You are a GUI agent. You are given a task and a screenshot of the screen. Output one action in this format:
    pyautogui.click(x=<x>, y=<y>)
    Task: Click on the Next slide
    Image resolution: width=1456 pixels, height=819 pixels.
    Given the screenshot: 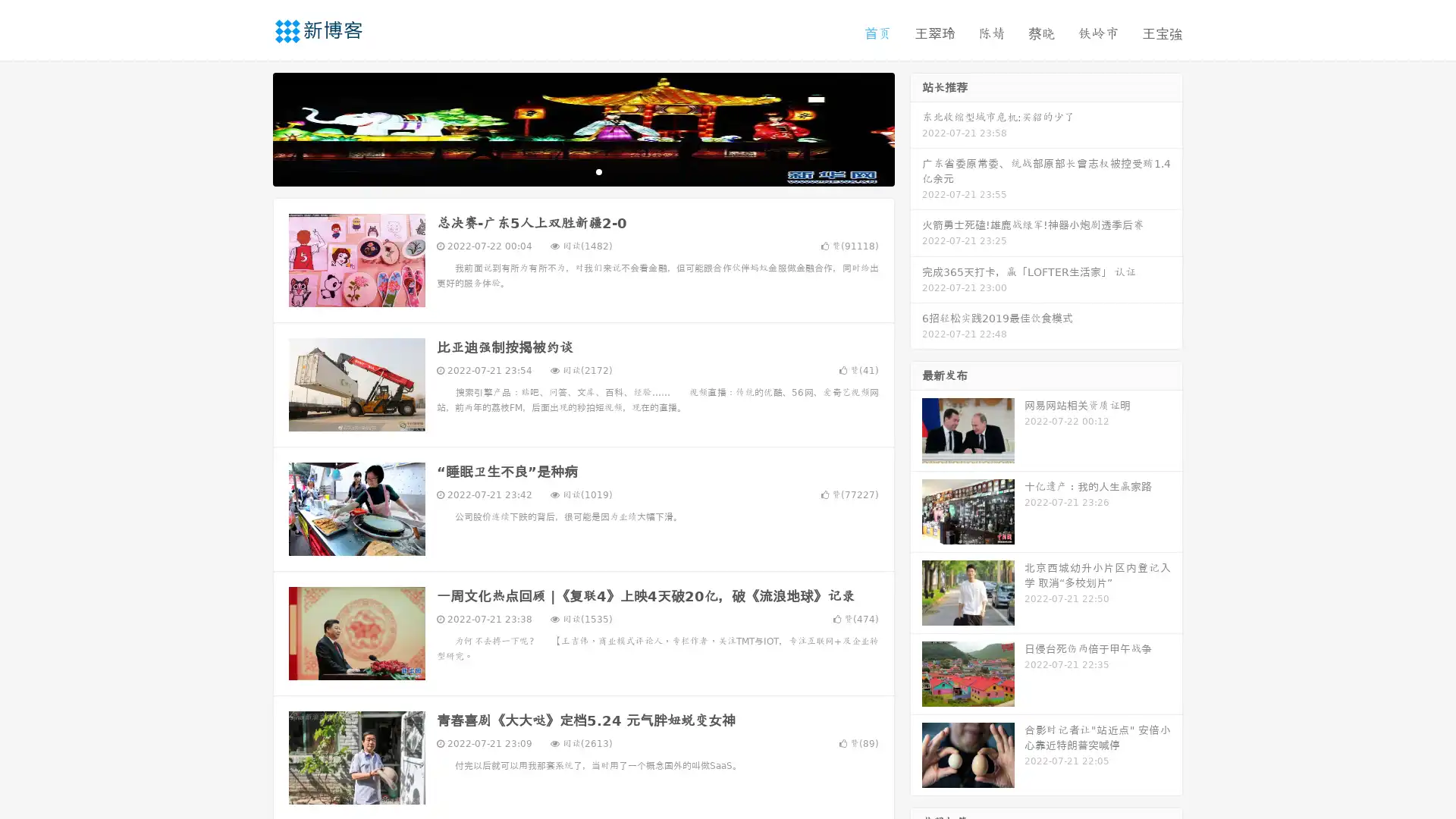 What is the action you would take?
    pyautogui.click(x=916, y=127)
    